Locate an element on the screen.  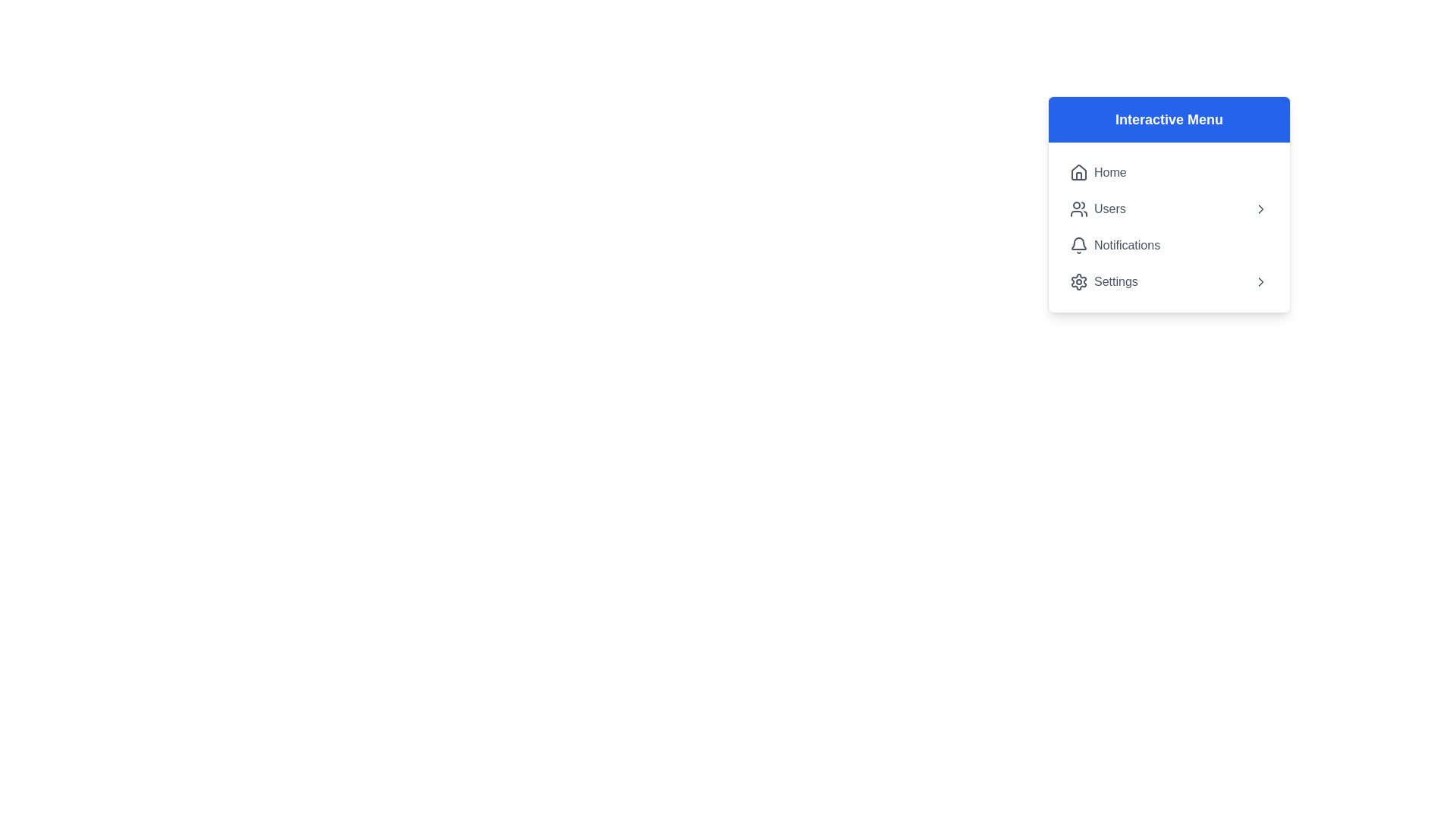
the 'Users' text with icon label is located at coordinates (1097, 209).